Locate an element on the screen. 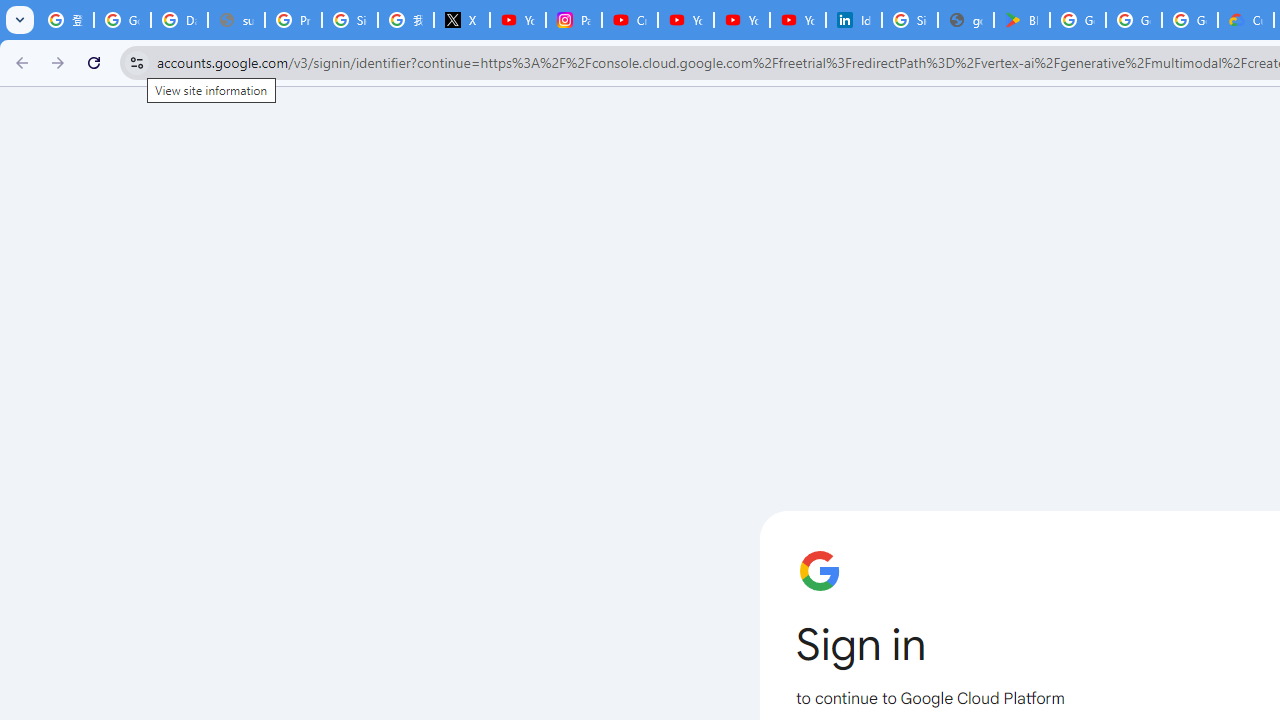  'Bluey: Let' is located at coordinates (1022, 20).